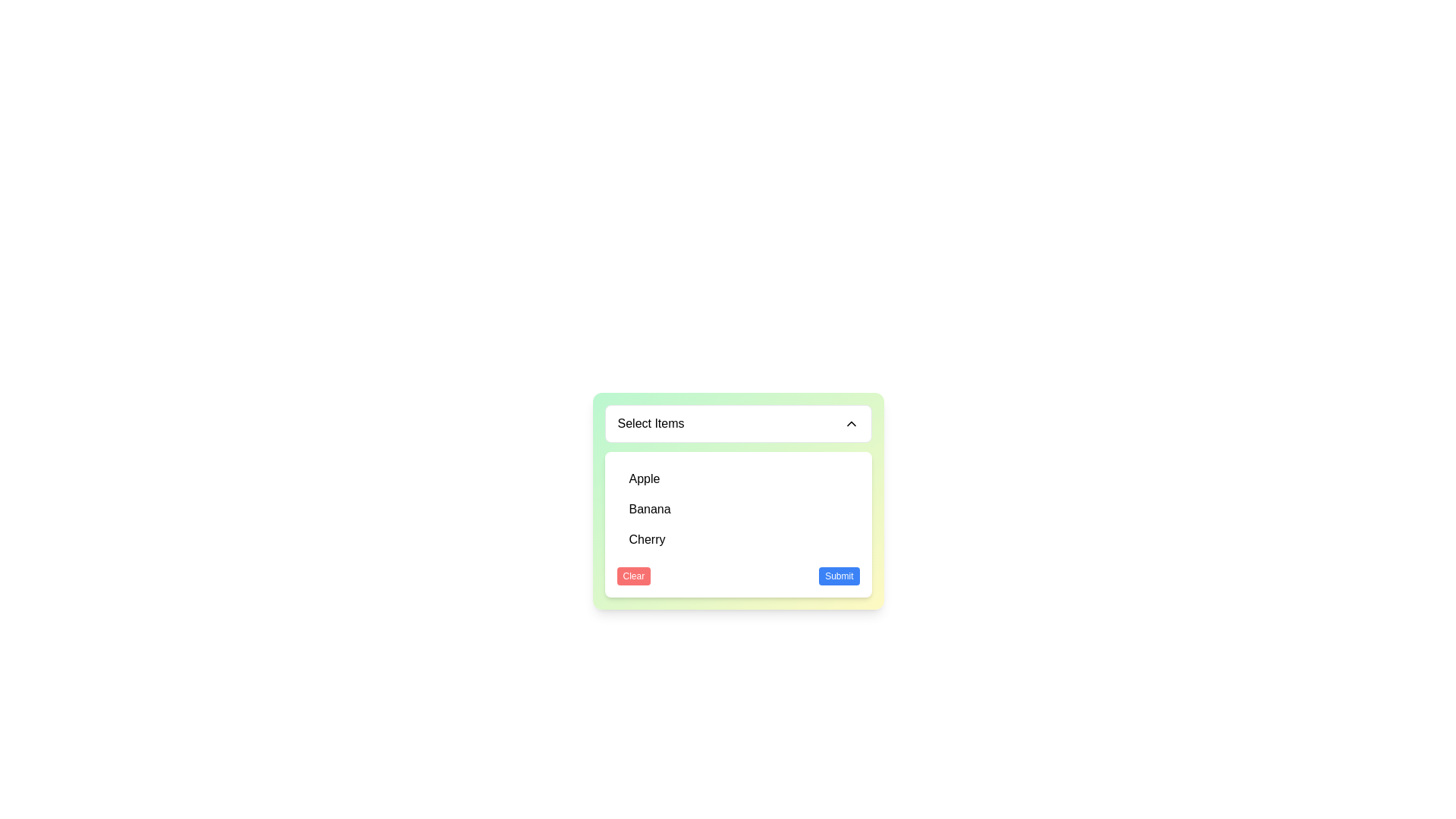  I want to click on the leftmost button at the bottom of the bordered box, so click(633, 576).